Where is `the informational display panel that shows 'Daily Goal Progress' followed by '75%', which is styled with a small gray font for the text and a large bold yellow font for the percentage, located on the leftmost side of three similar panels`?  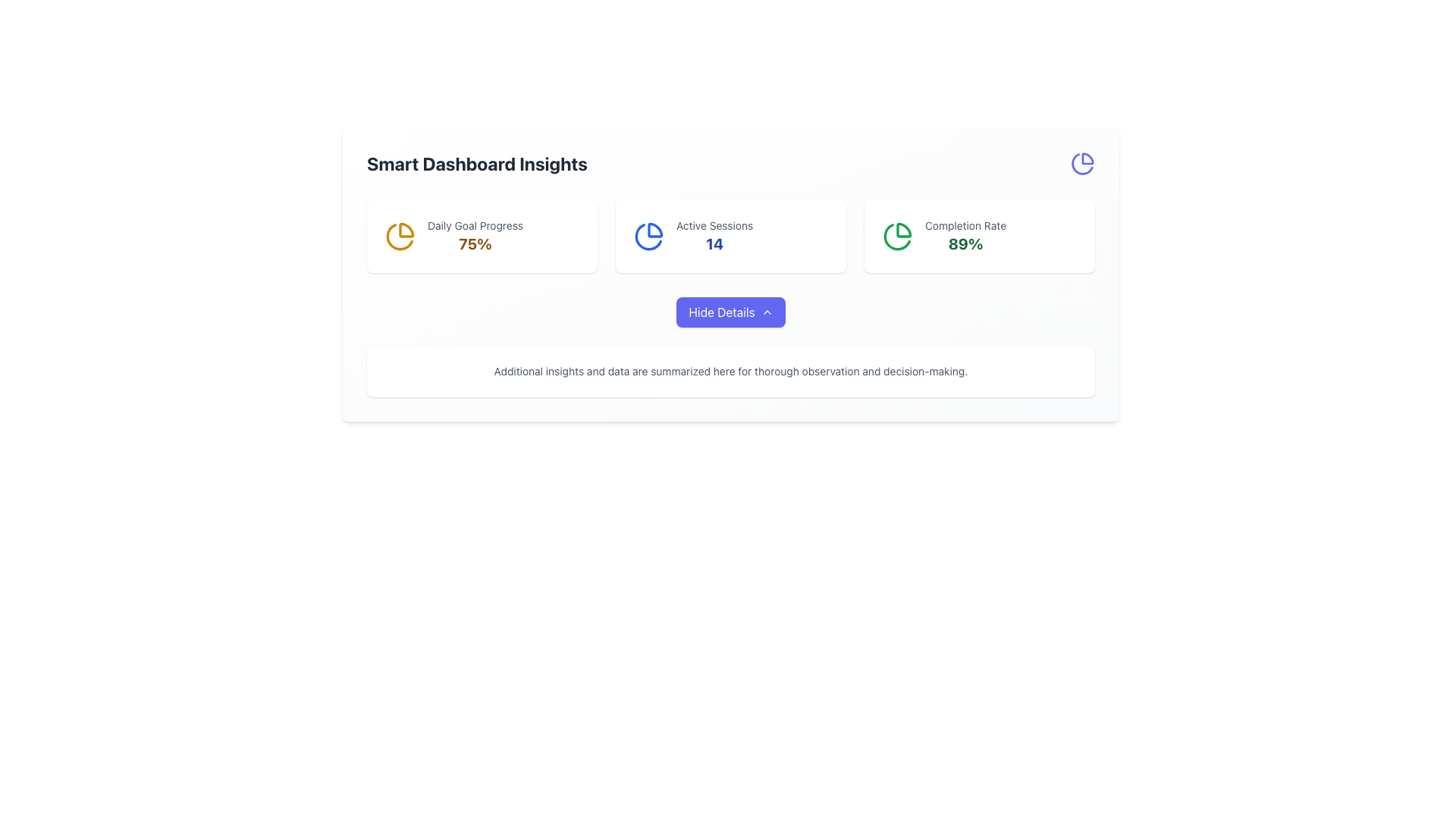
the informational display panel that shows 'Daily Goal Progress' followed by '75%', which is styled with a small gray font for the text and a large bold yellow font for the percentage, located on the leftmost side of three similar panels is located at coordinates (475, 237).